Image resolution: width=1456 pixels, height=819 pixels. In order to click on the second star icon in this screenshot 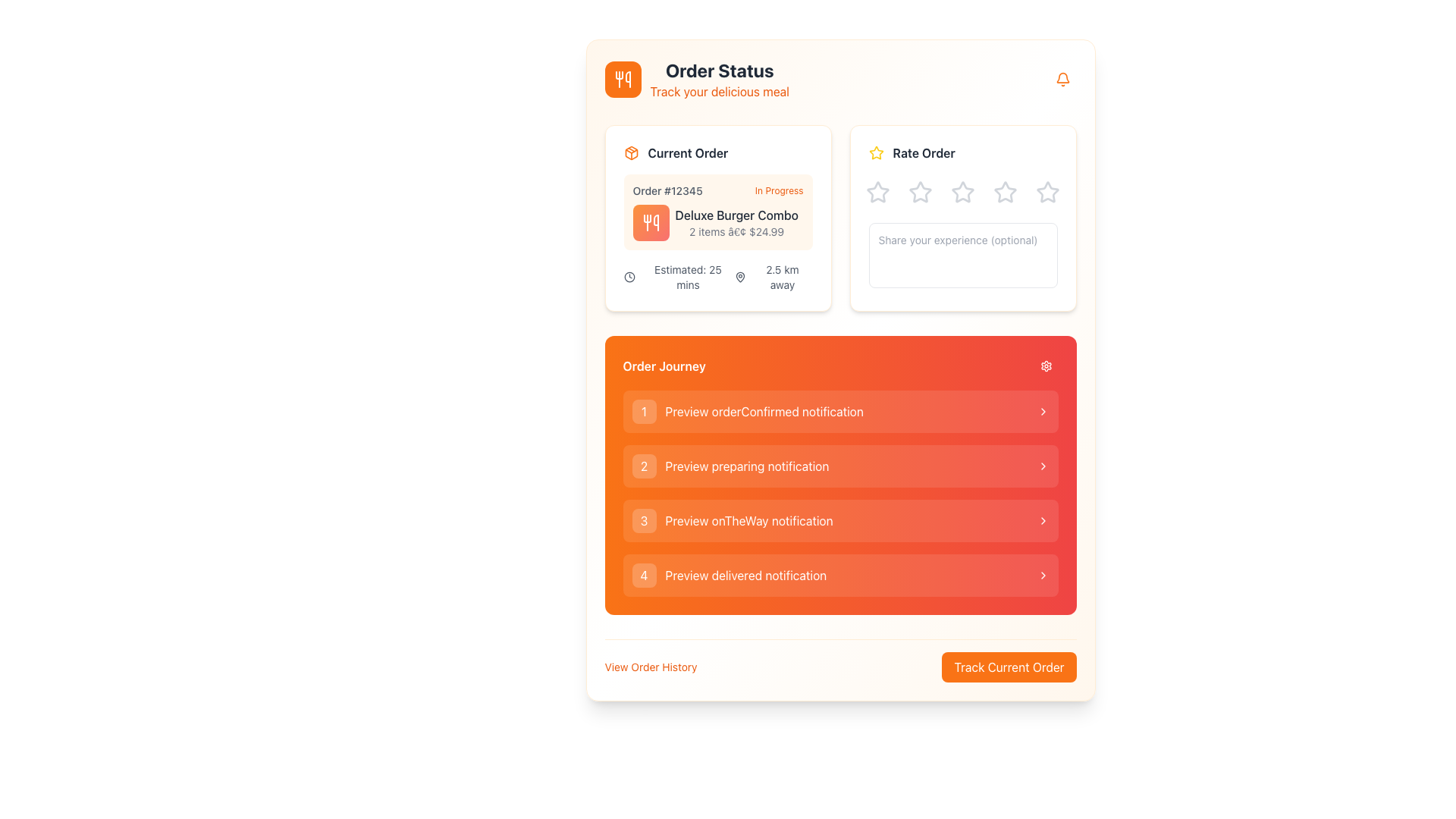, I will do `click(920, 192)`.